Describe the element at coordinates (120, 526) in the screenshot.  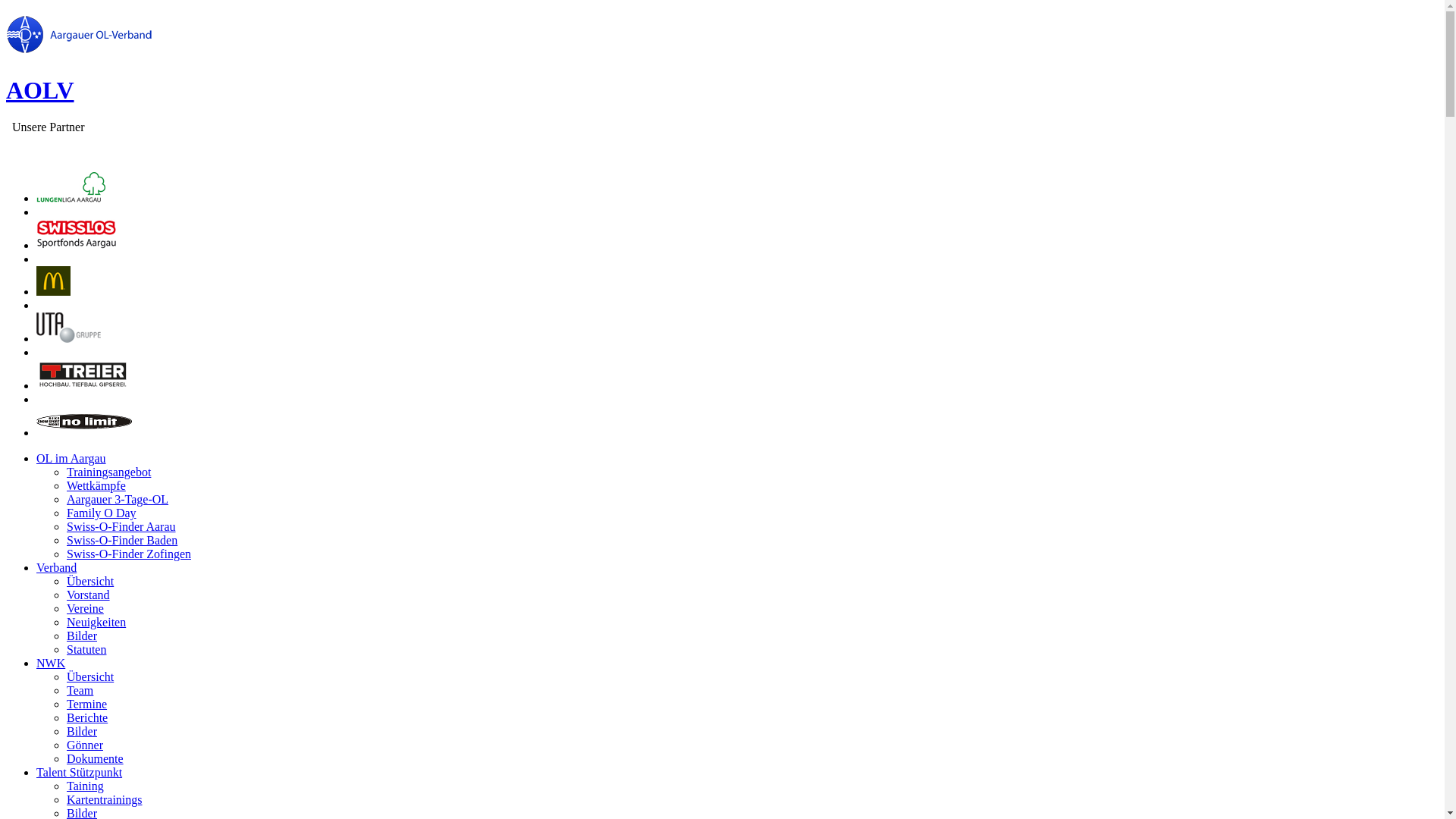
I see `'Swiss-O-Finder Aarau'` at that location.